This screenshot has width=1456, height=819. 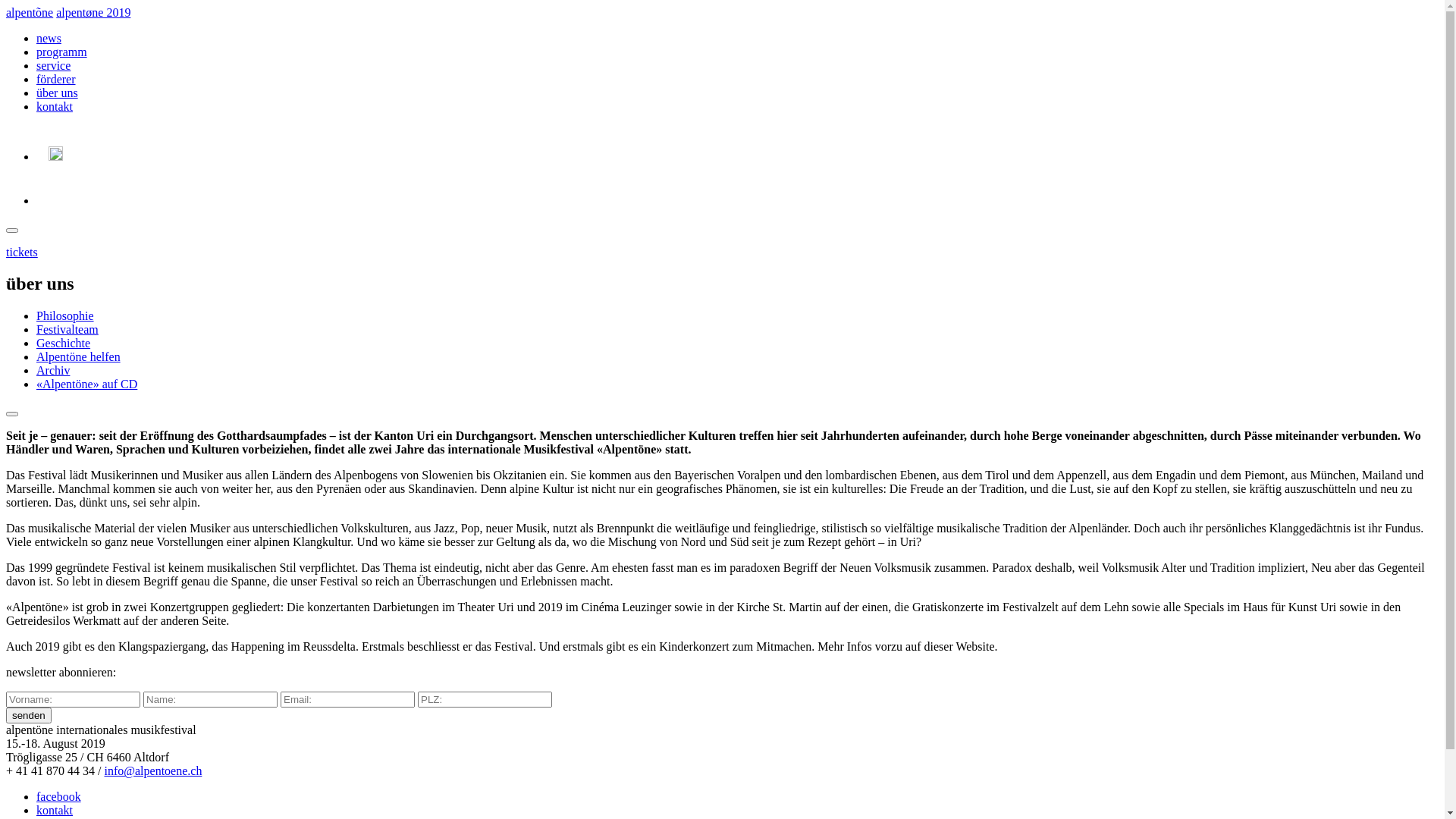 I want to click on 'Geschichte', so click(x=62, y=343).